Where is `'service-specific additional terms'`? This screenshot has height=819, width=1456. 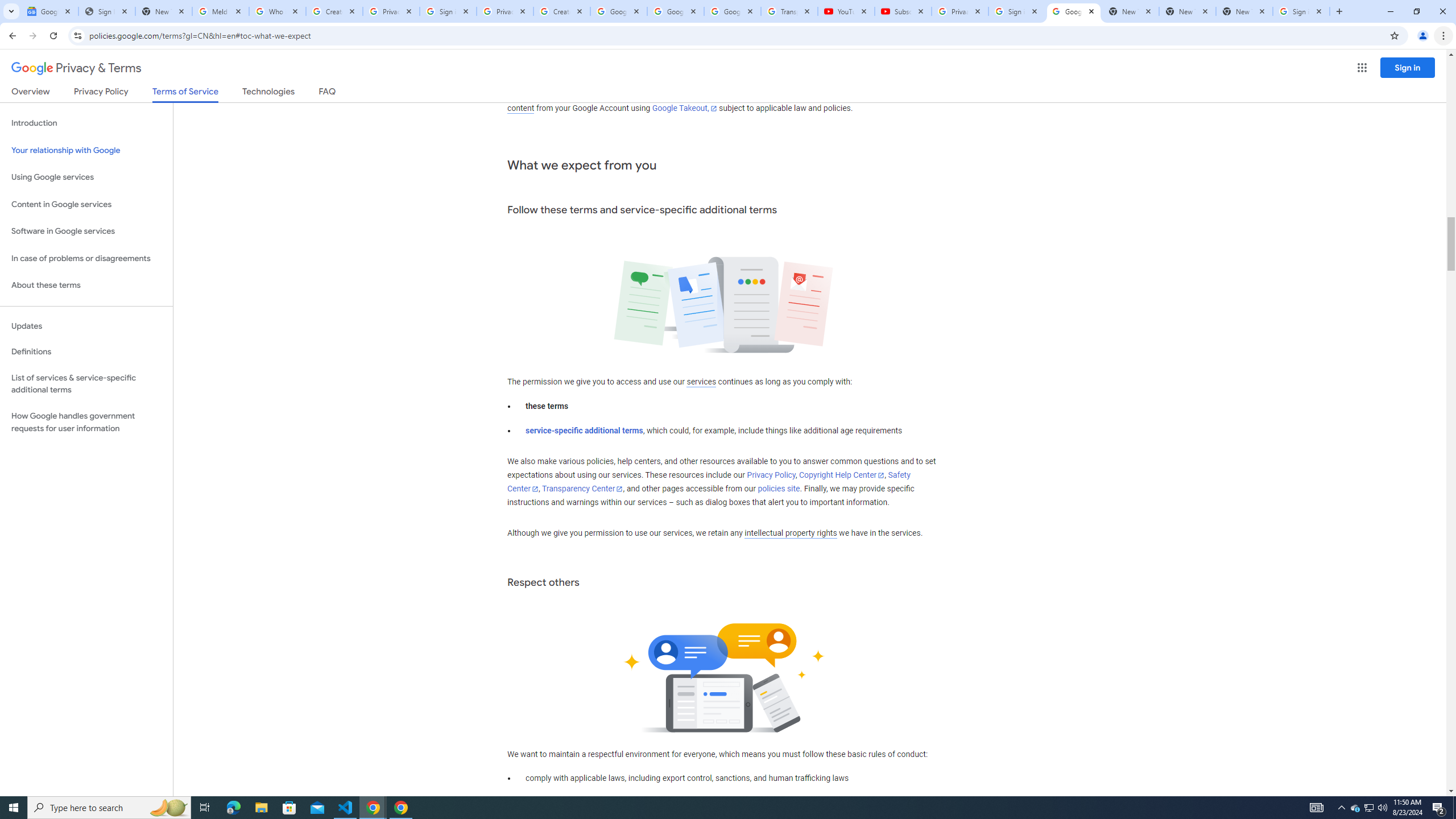
'service-specific additional terms' is located at coordinates (584, 431).